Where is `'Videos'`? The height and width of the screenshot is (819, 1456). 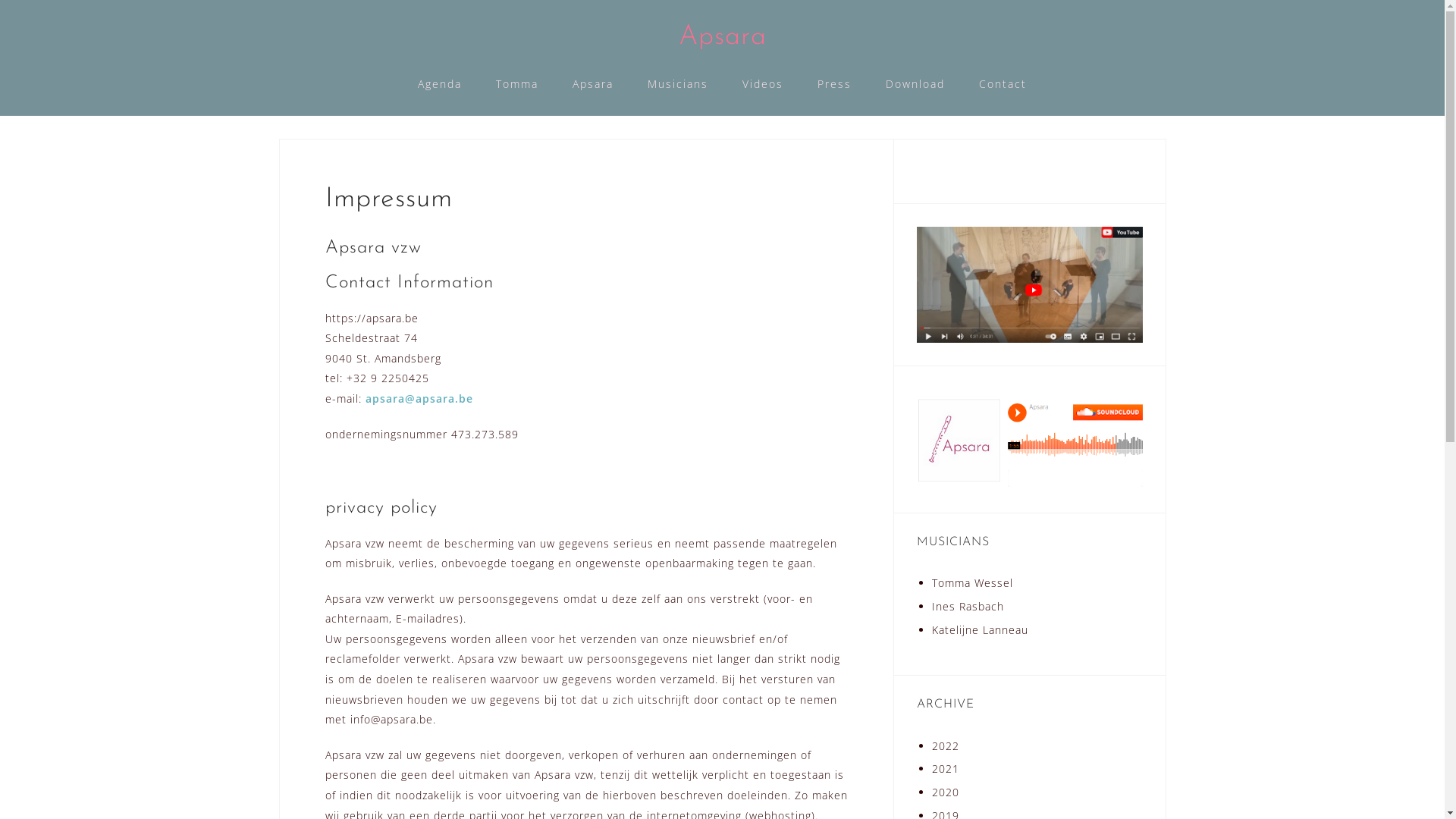 'Videos' is located at coordinates (763, 84).